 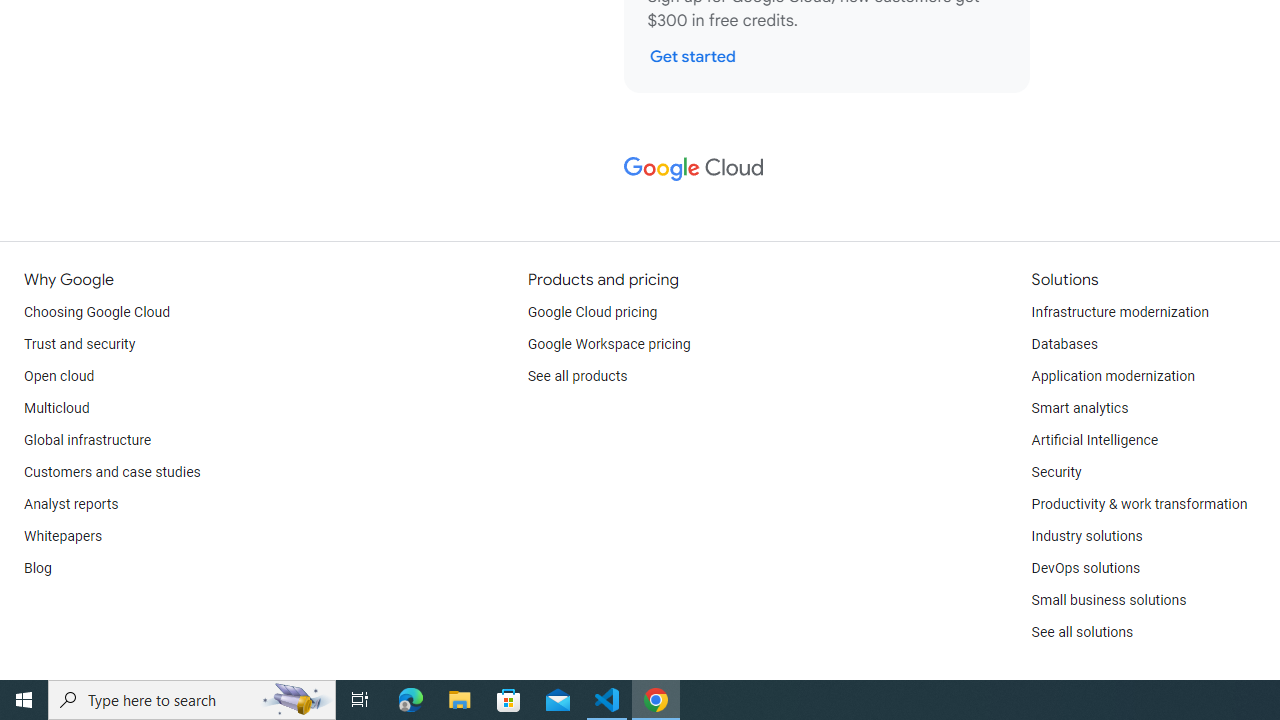 What do you see at coordinates (56, 407) in the screenshot?
I see `'Multicloud'` at bounding box center [56, 407].